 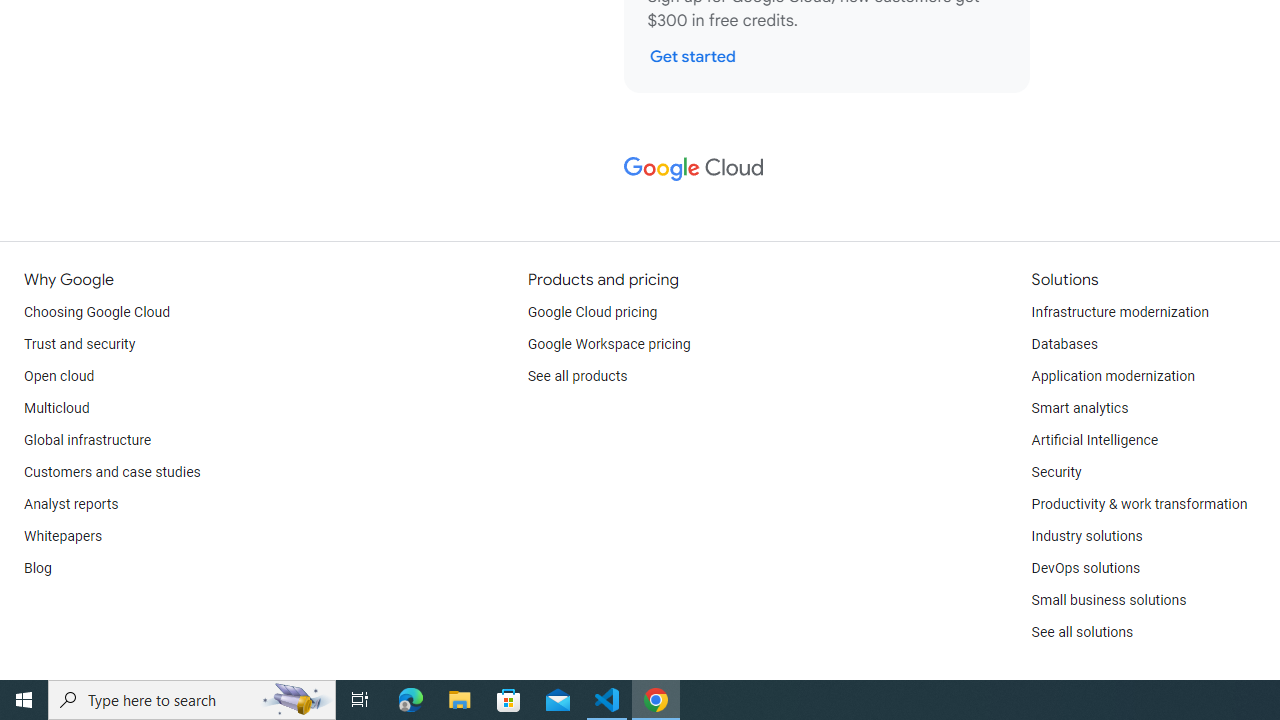 What do you see at coordinates (56, 407) in the screenshot?
I see `'Multicloud'` at bounding box center [56, 407].